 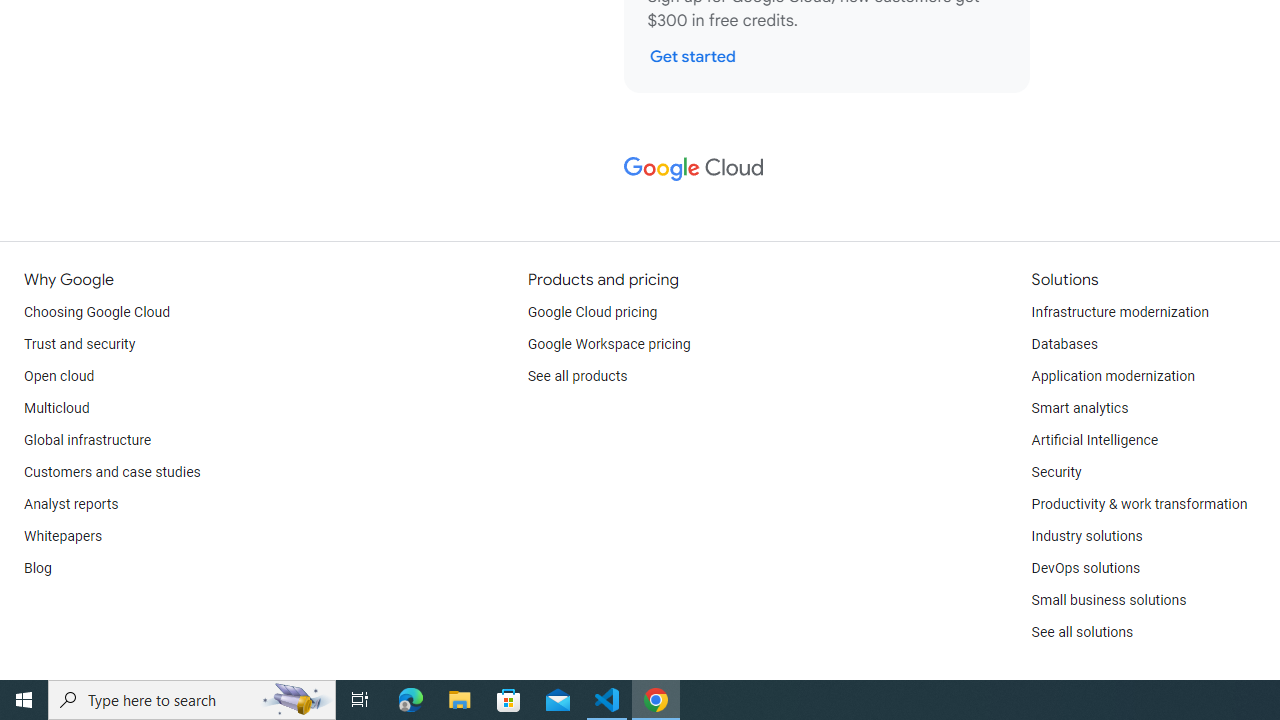 What do you see at coordinates (56, 407) in the screenshot?
I see `'Multicloud'` at bounding box center [56, 407].